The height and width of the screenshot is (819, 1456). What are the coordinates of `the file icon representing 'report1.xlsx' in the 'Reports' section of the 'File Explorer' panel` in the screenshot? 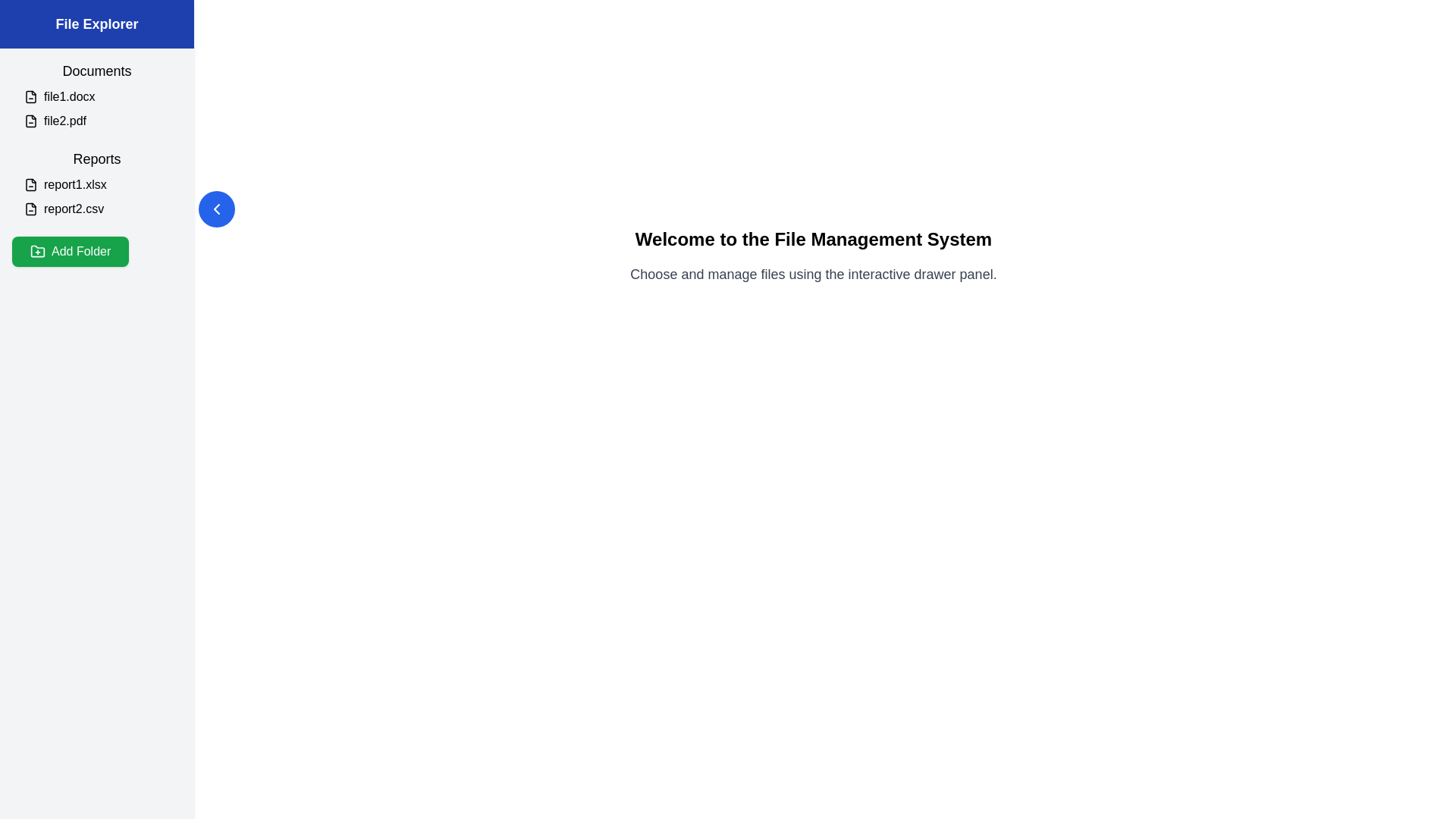 It's located at (31, 184).